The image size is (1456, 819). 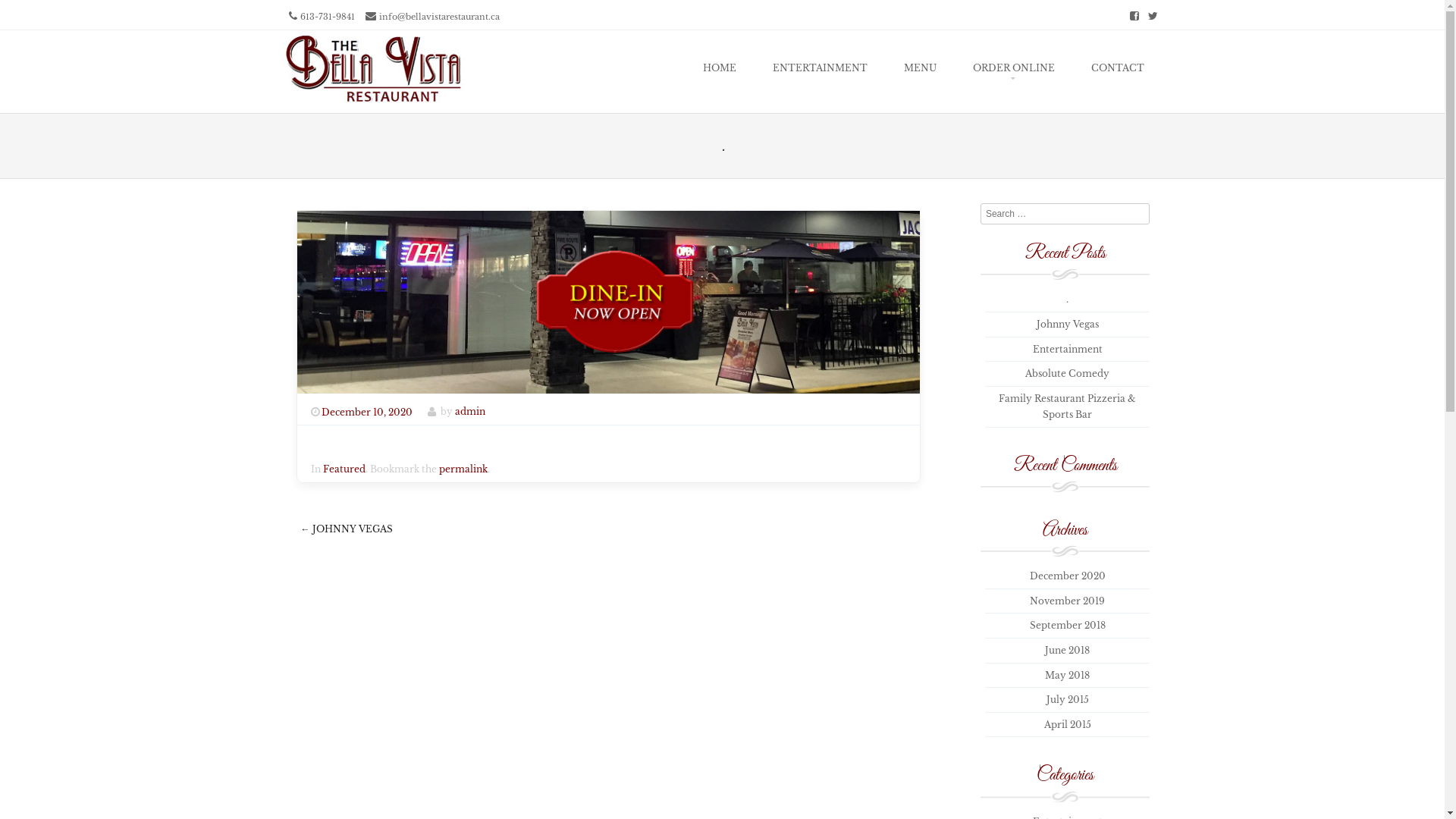 I want to click on 'July 2015', so click(x=1046, y=699).